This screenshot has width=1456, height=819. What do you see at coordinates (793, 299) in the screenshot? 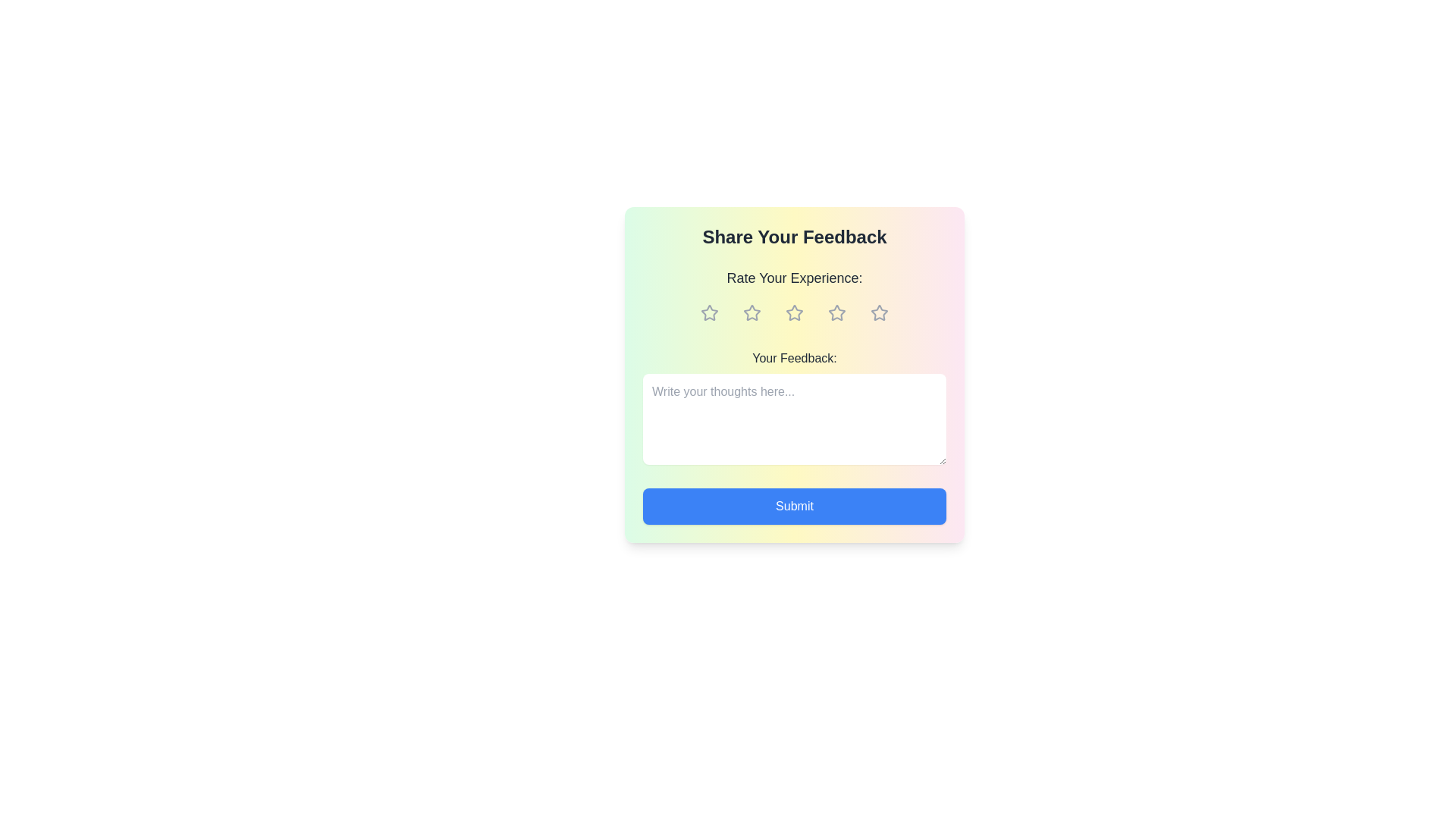
I see `the Rating input element by using the keyboard for accessibility` at bounding box center [793, 299].